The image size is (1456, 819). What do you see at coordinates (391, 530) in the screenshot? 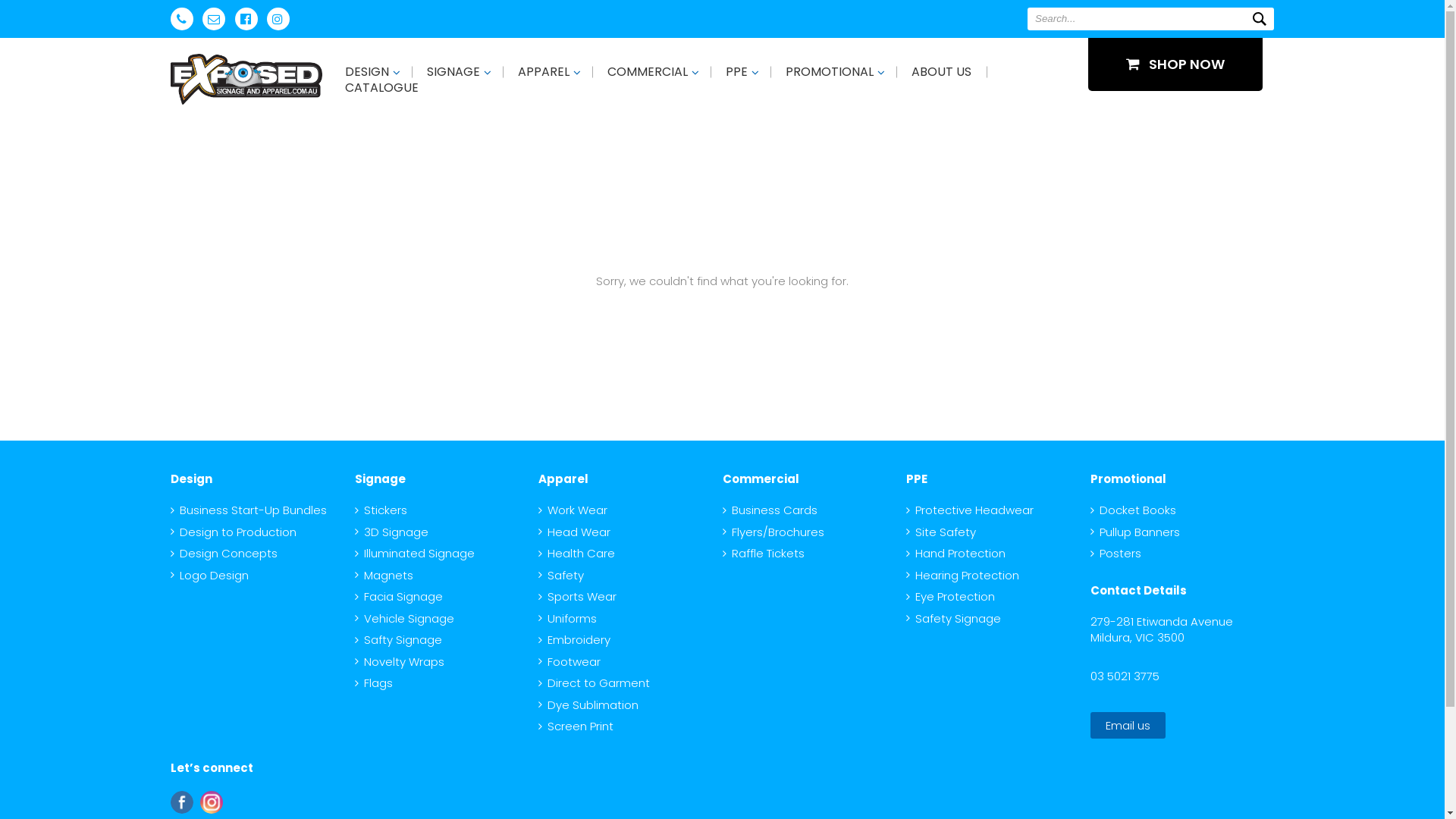
I see `'3D Signage'` at bounding box center [391, 530].